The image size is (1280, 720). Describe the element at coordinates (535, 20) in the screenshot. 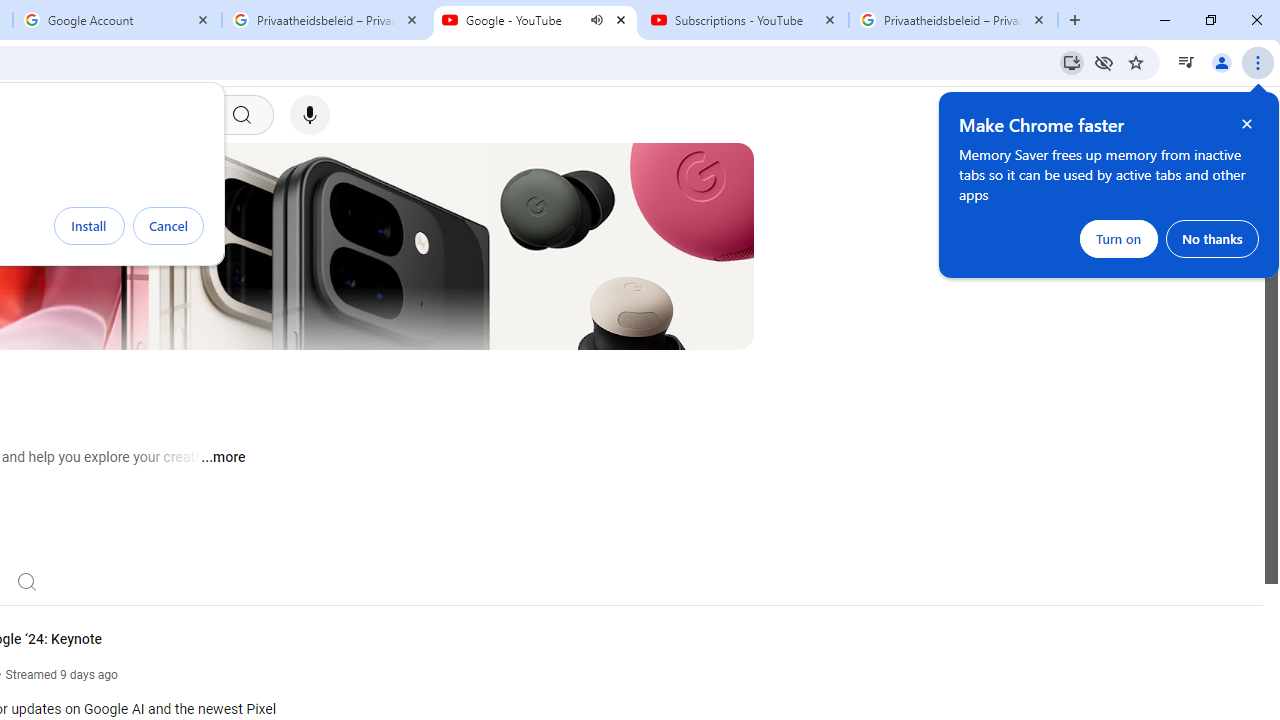

I see `'Google - YouTube - Audio playing'` at that location.